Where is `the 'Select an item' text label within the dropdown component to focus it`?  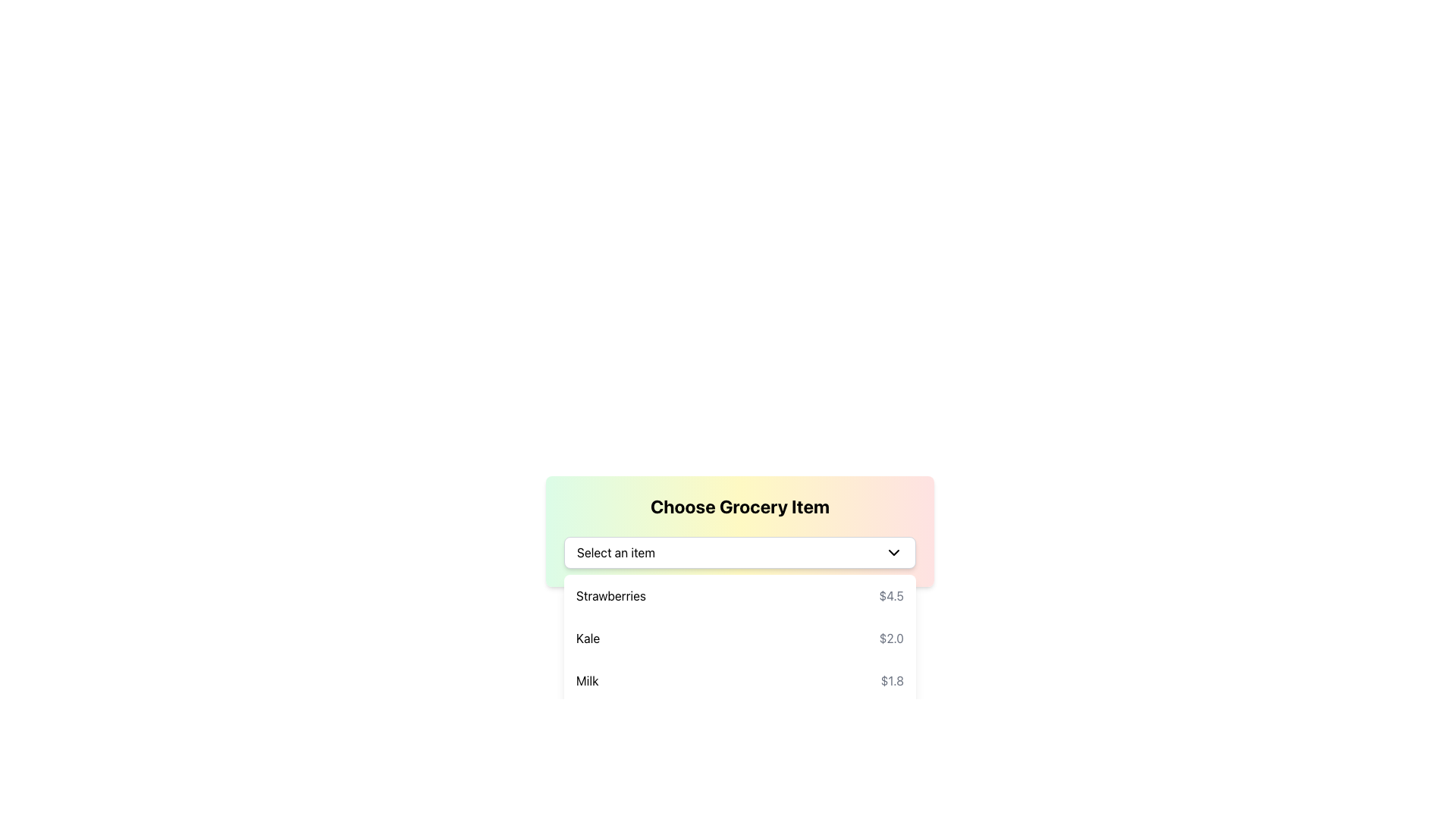
the 'Select an item' text label within the dropdown component to focus it is located at coordinates (616, 553).